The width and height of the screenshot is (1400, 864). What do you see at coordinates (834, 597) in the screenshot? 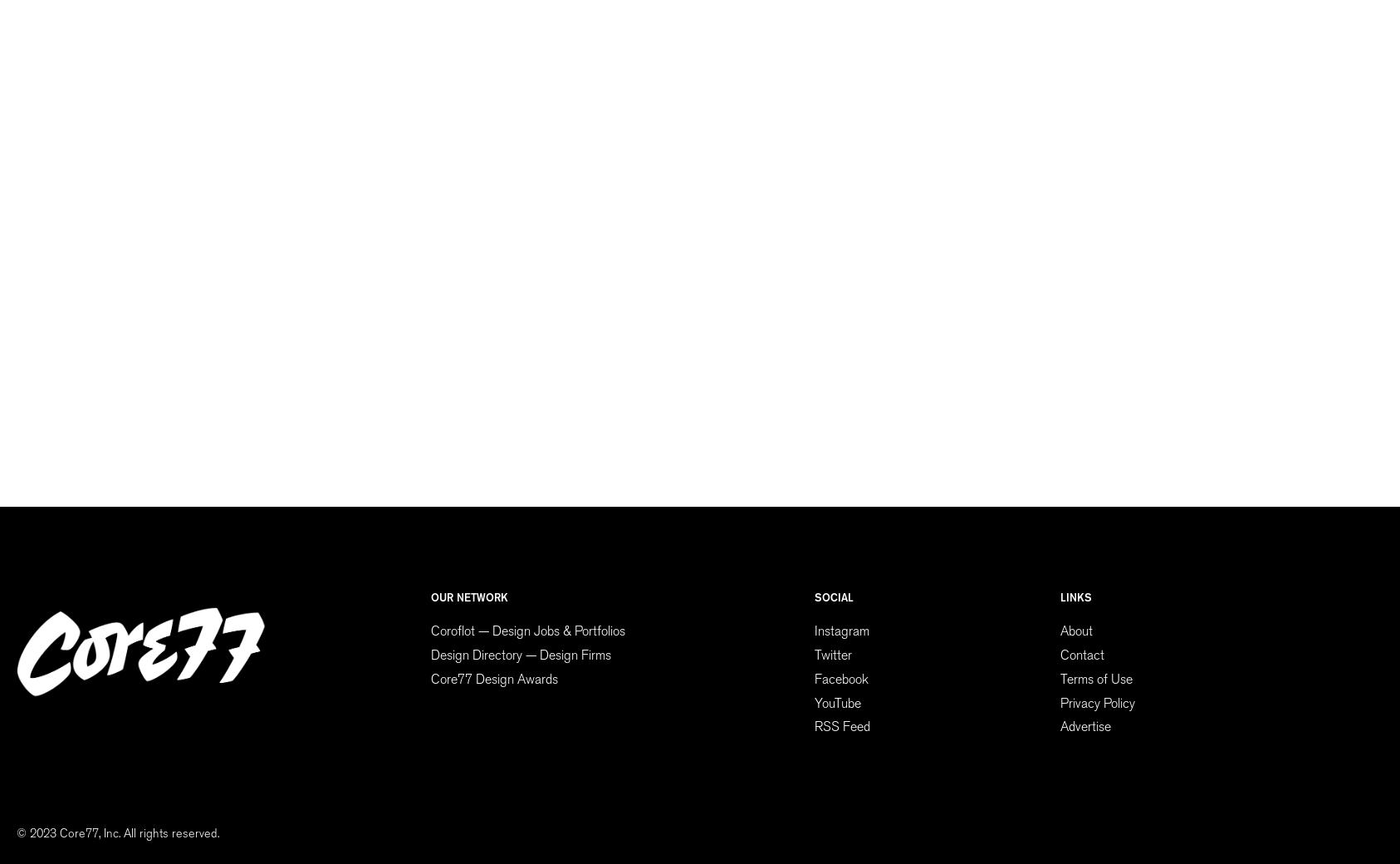
I see `'Social'` at bounding box center [834, 597].